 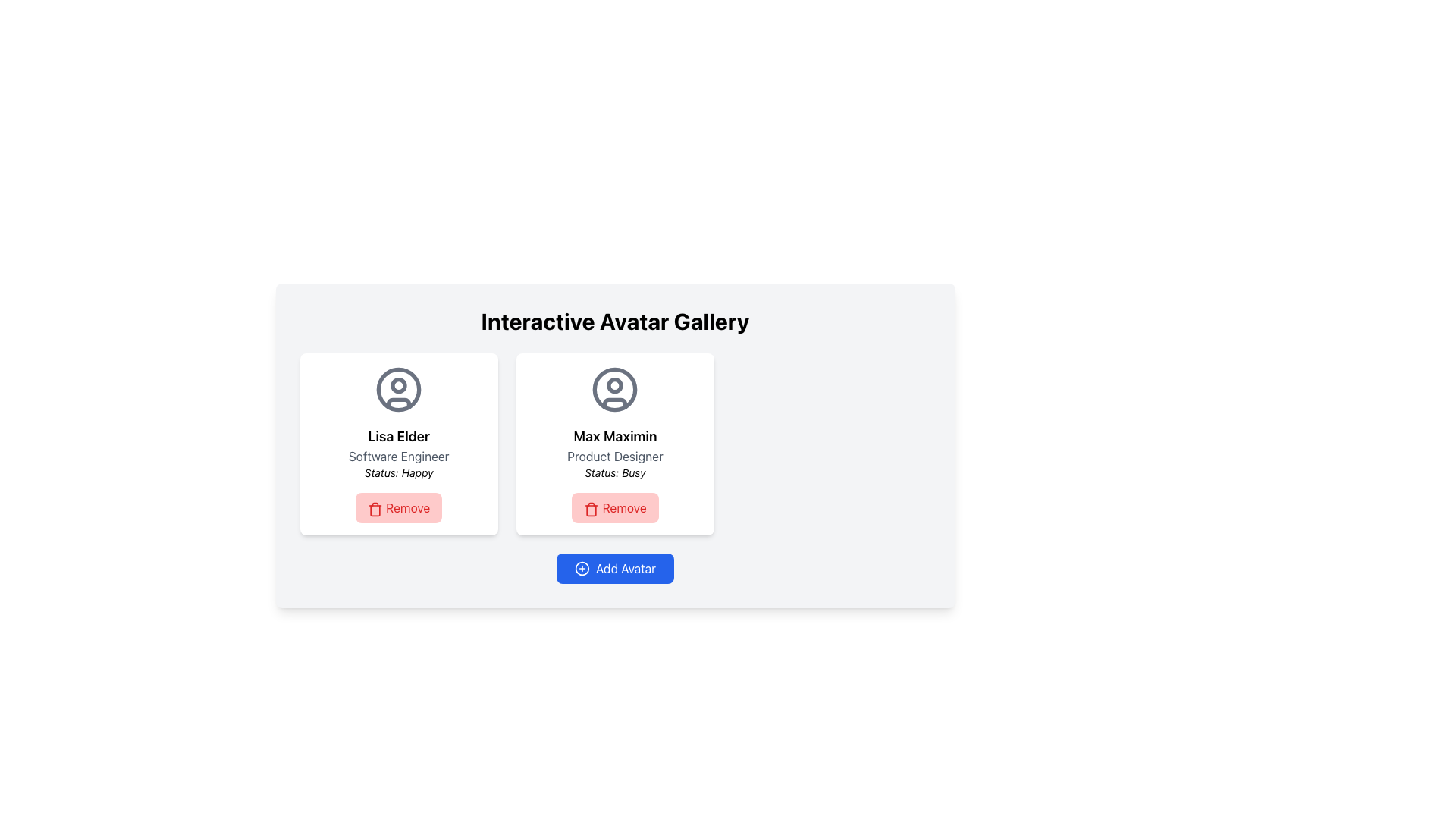 What do you see at coordinates (591, 509) in the screenshot?
I see `the icon to the left of the 'Remove' text in the red 'Remove' button beneath the card labeled 'Max Maximin.'` at bounding box center [591, 509].